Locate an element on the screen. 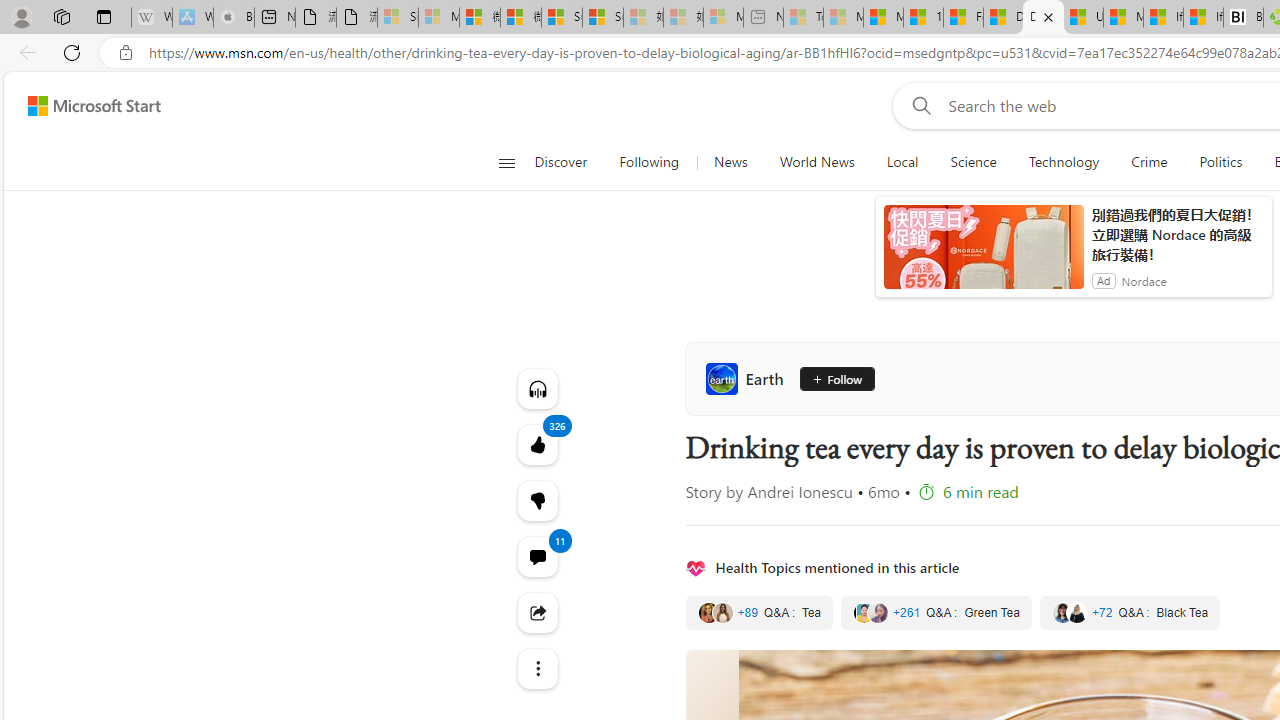  'Earth' is located at coordinates (747, 379).